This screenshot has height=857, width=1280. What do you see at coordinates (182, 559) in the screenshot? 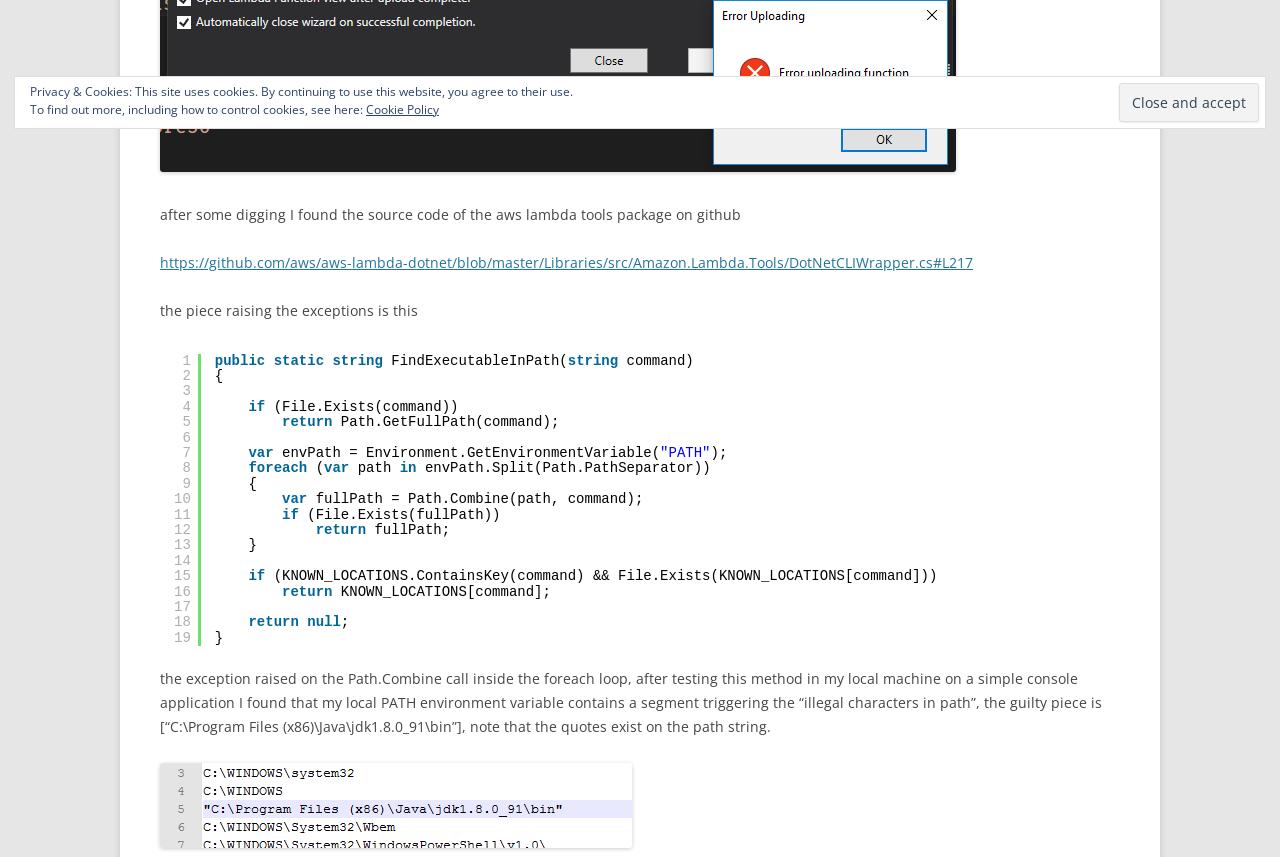
I see `'14'` at bounding box center [182, 559].